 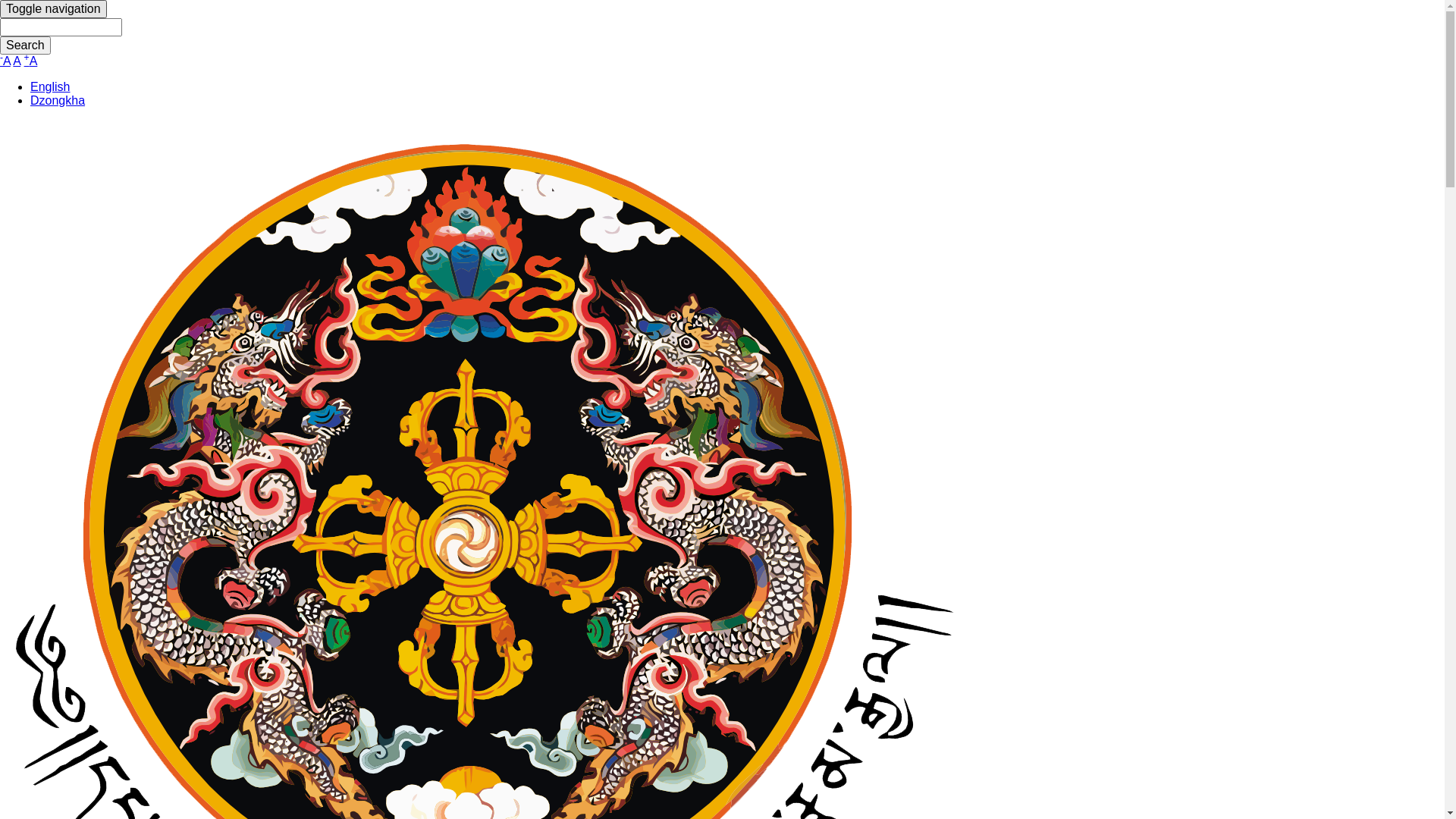 I want to click on 'Skip to main content', so click(x=0, y=0).